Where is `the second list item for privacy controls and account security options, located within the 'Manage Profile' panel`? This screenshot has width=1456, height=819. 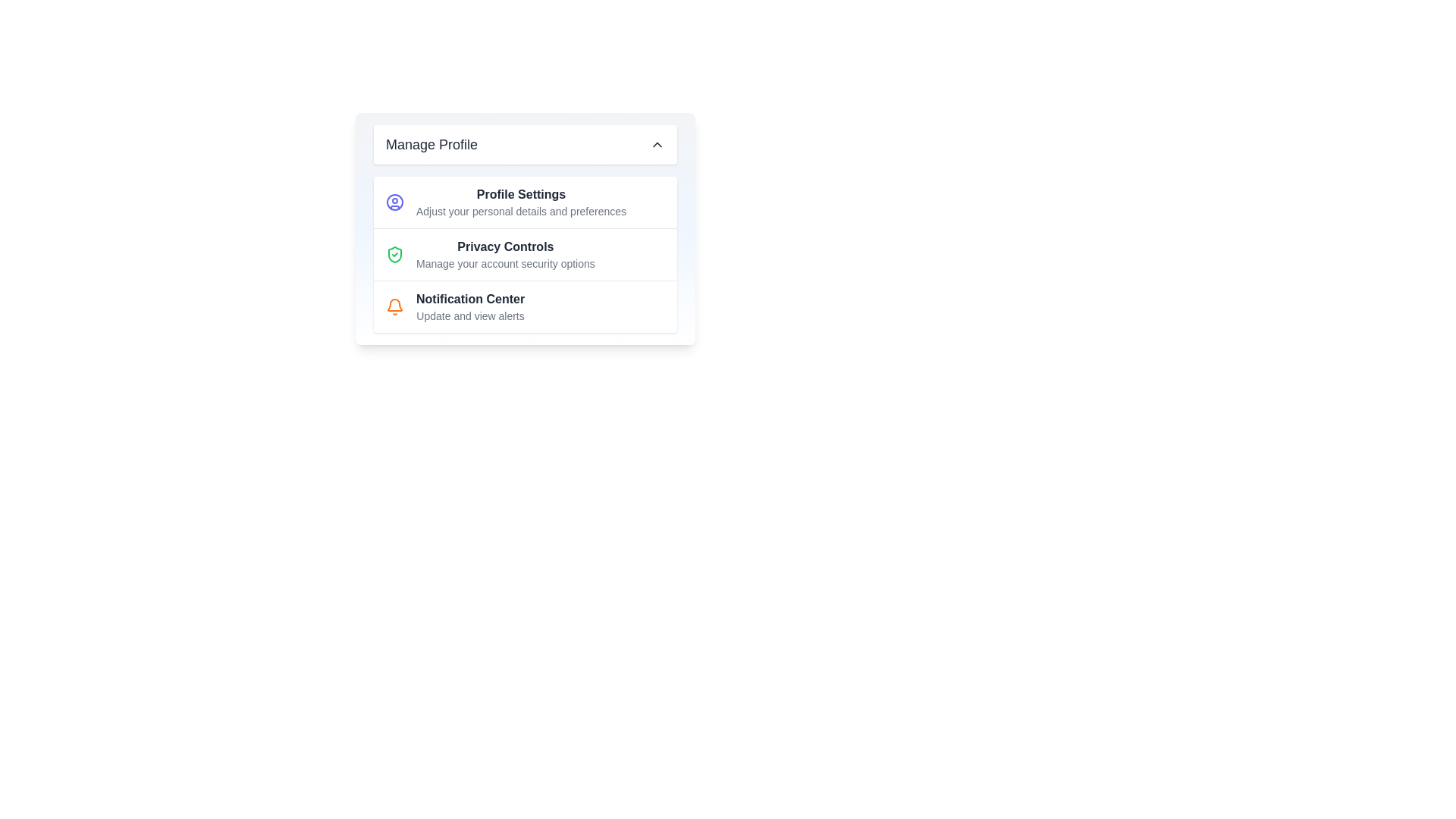 the second list item for privacy controls and account security options, located within the 'Manage Profile' panel is located at coordinates (525, 253).